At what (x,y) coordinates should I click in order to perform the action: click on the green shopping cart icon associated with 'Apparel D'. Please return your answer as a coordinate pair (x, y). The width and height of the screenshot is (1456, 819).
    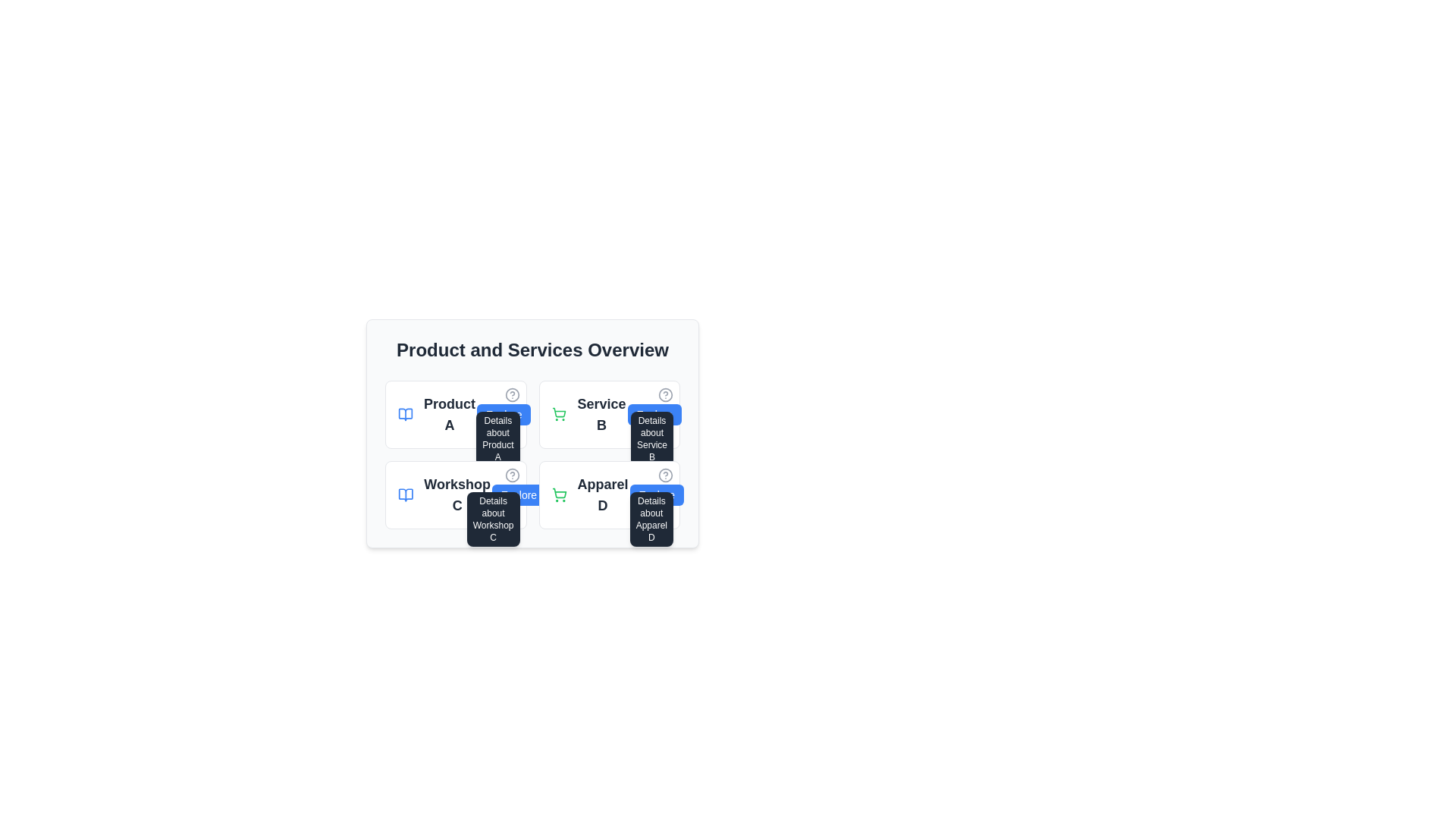
    Looking at the image, I should click on (558, 494).